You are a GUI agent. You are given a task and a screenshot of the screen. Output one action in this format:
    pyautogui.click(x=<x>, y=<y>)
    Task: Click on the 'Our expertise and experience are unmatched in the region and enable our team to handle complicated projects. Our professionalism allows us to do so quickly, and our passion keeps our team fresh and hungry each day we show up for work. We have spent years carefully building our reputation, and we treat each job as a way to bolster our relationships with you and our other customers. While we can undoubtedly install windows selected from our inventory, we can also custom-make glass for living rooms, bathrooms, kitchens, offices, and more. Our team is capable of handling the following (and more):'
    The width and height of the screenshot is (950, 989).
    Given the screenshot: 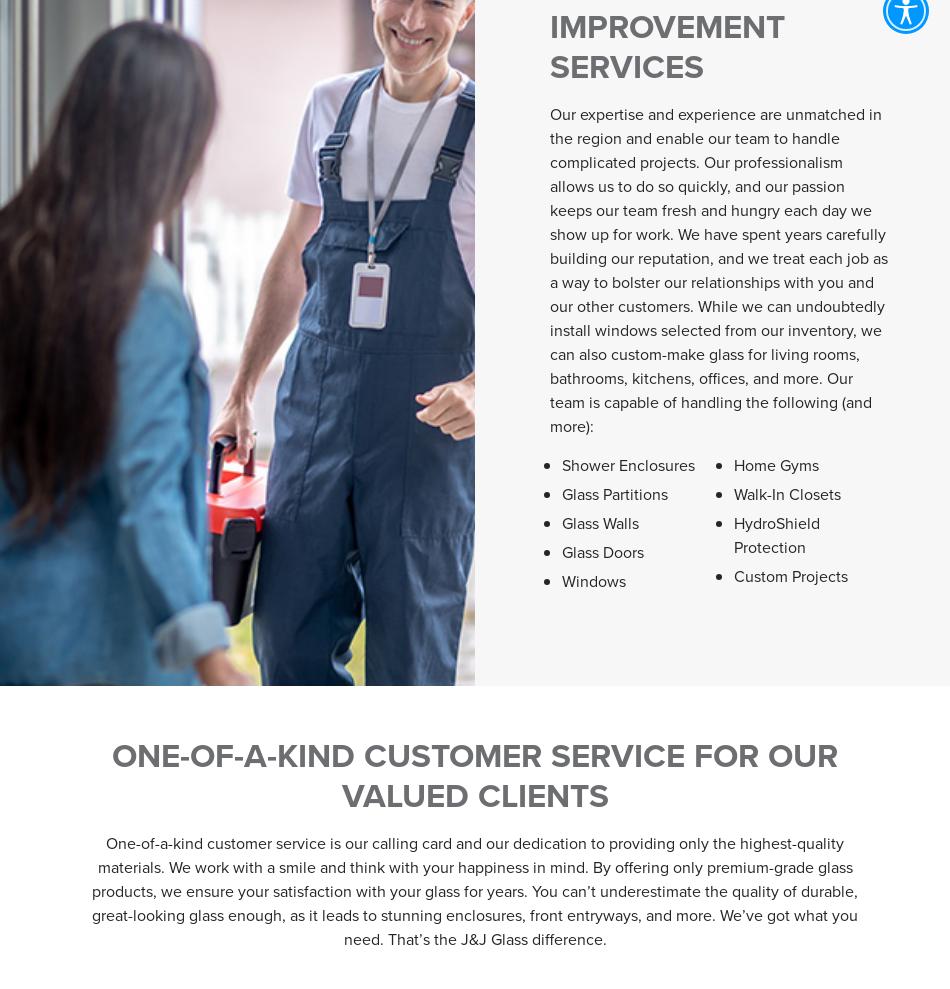 What is the action you would take?
    pyautogui.click(x=549, y=268)
    